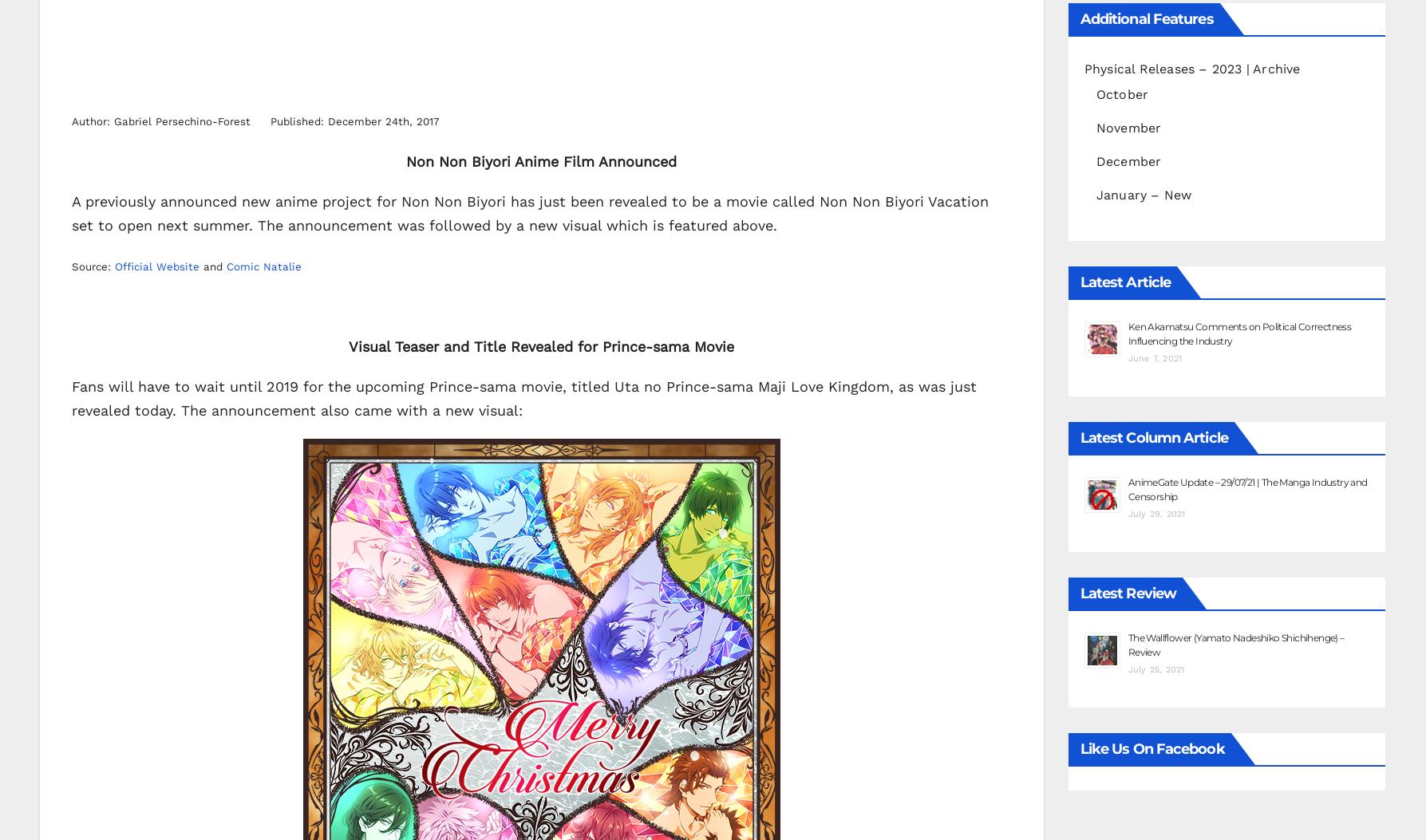  I want to click on 'Physical Releases – 2023 | Archive', so click(1082, 67).